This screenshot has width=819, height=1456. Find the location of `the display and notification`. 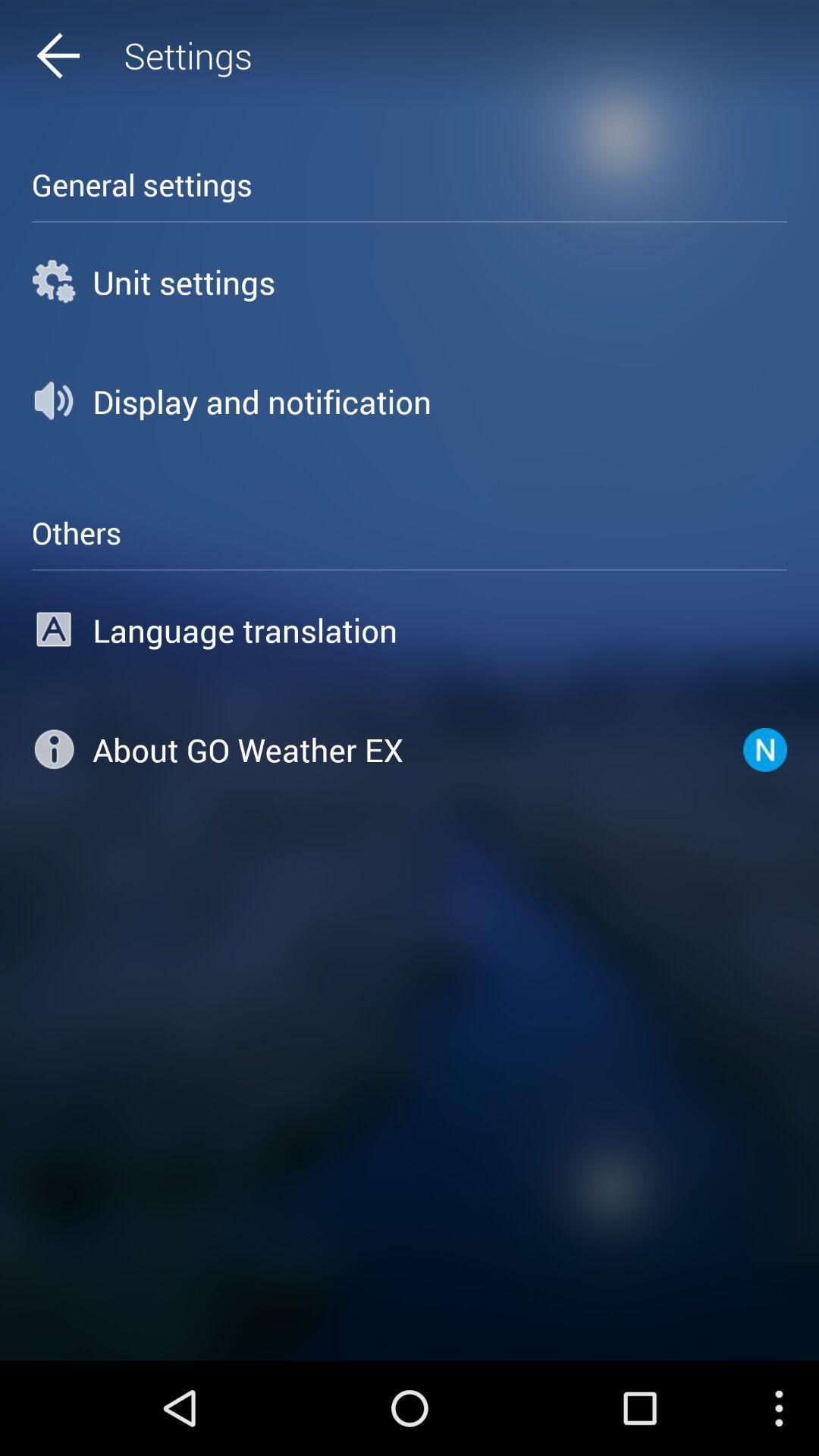

the display and notification is located at coordinates (409, 401).